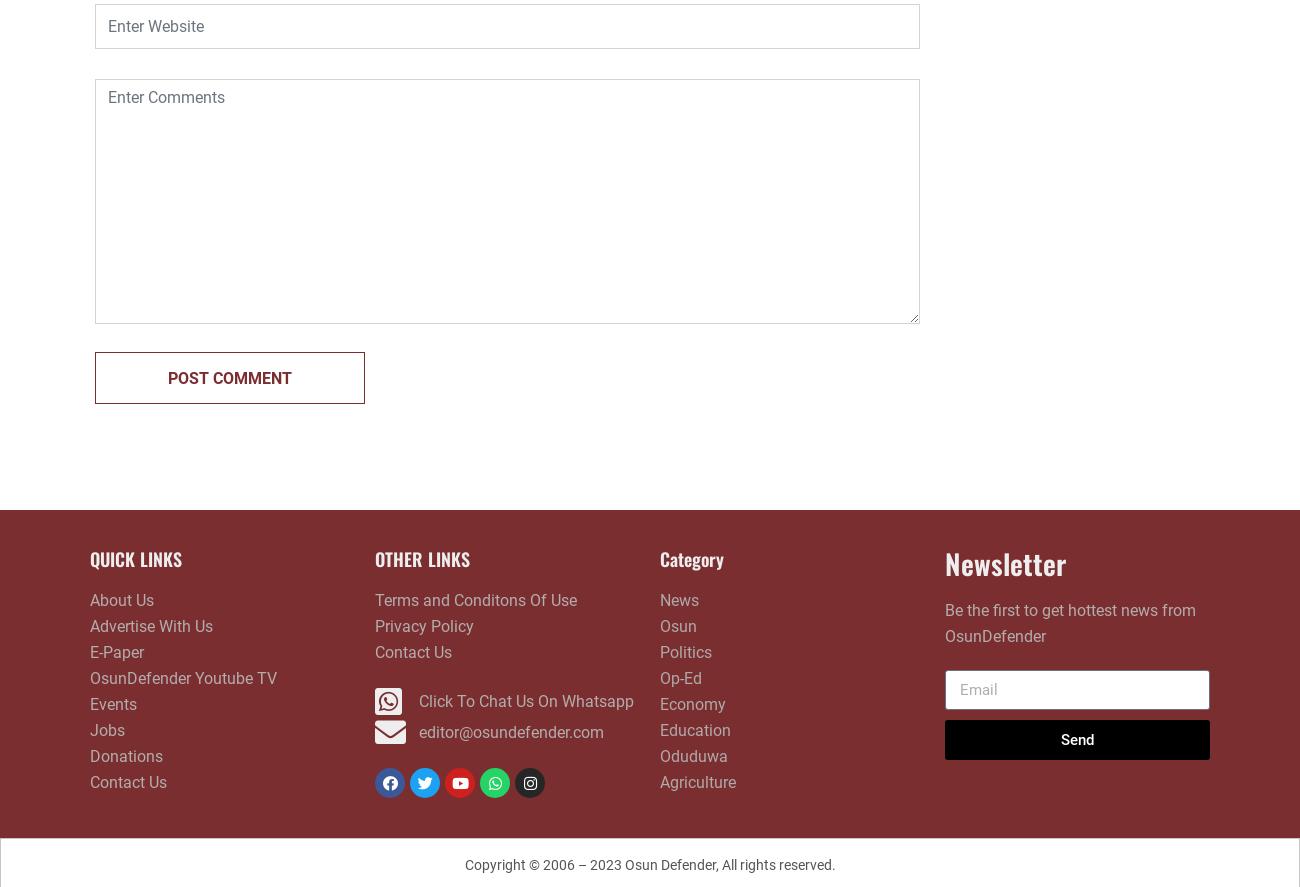 The width and height of the screenshot is (1300, 887). I want to click on 'Send', so click(1077, 738).